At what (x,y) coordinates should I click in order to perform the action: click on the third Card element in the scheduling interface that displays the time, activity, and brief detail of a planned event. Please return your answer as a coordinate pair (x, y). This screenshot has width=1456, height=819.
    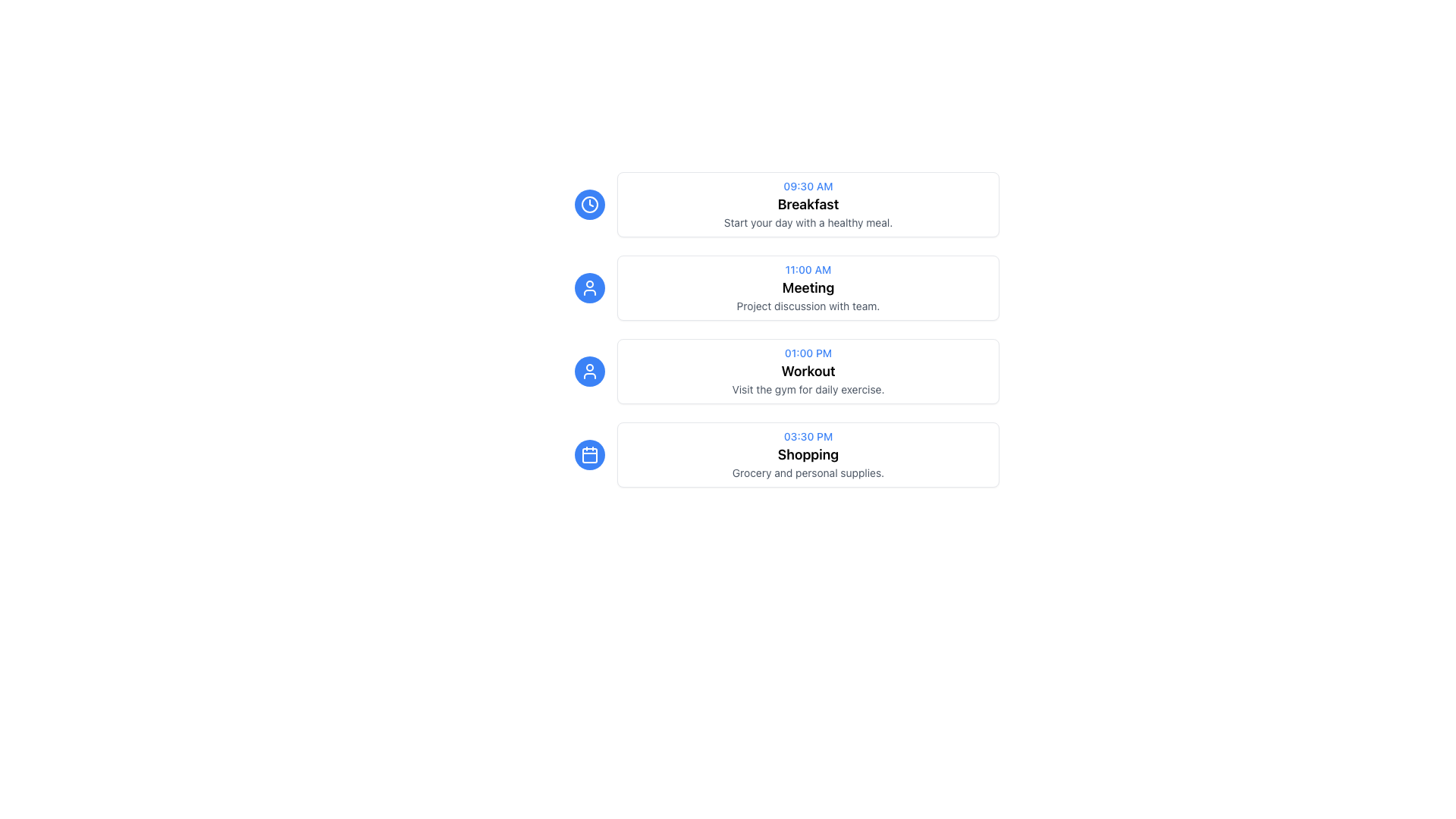
    Looking at the image, I should click on (781, 338).